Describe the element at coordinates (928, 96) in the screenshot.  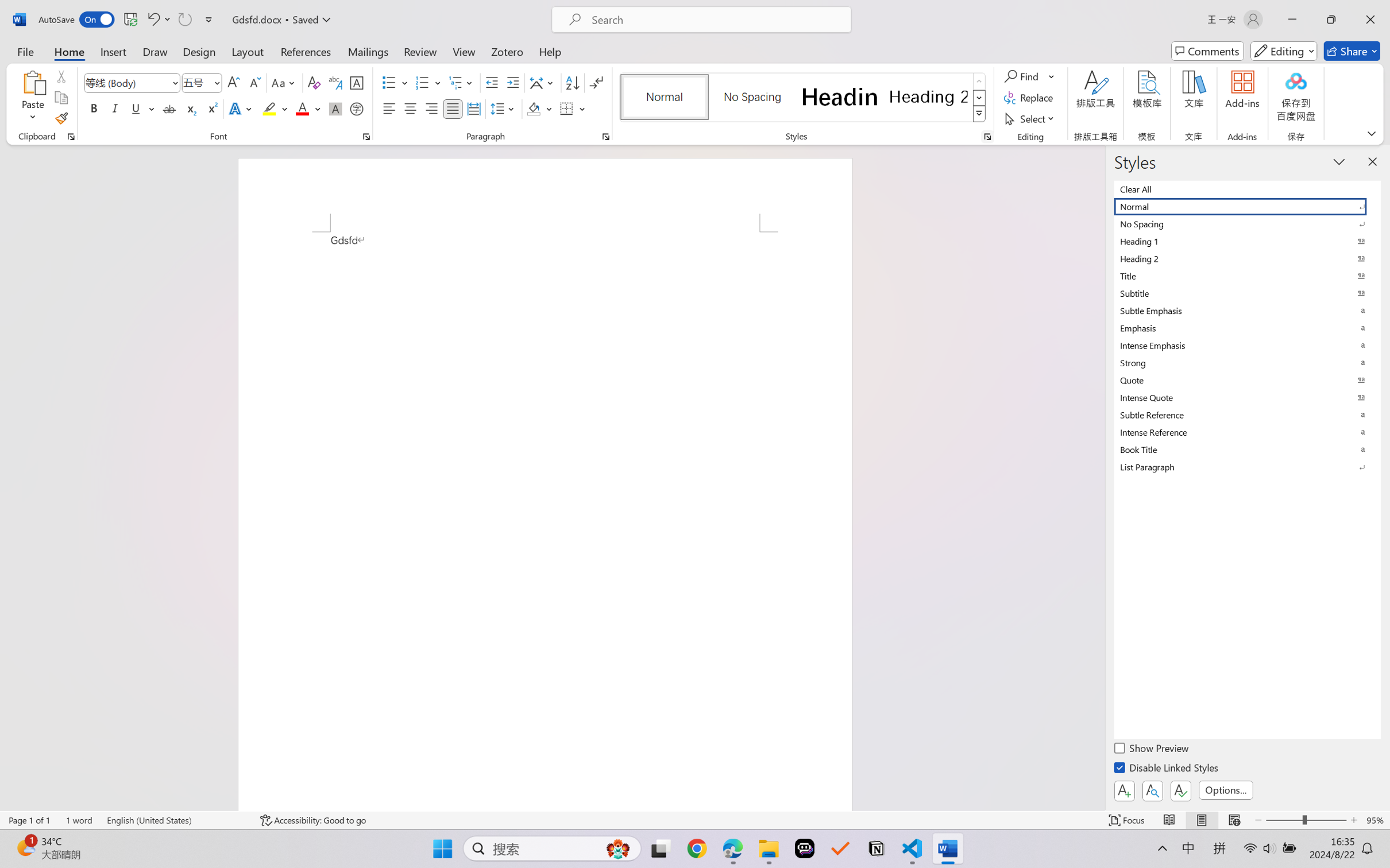
I see `'Heading 2'` at that location.